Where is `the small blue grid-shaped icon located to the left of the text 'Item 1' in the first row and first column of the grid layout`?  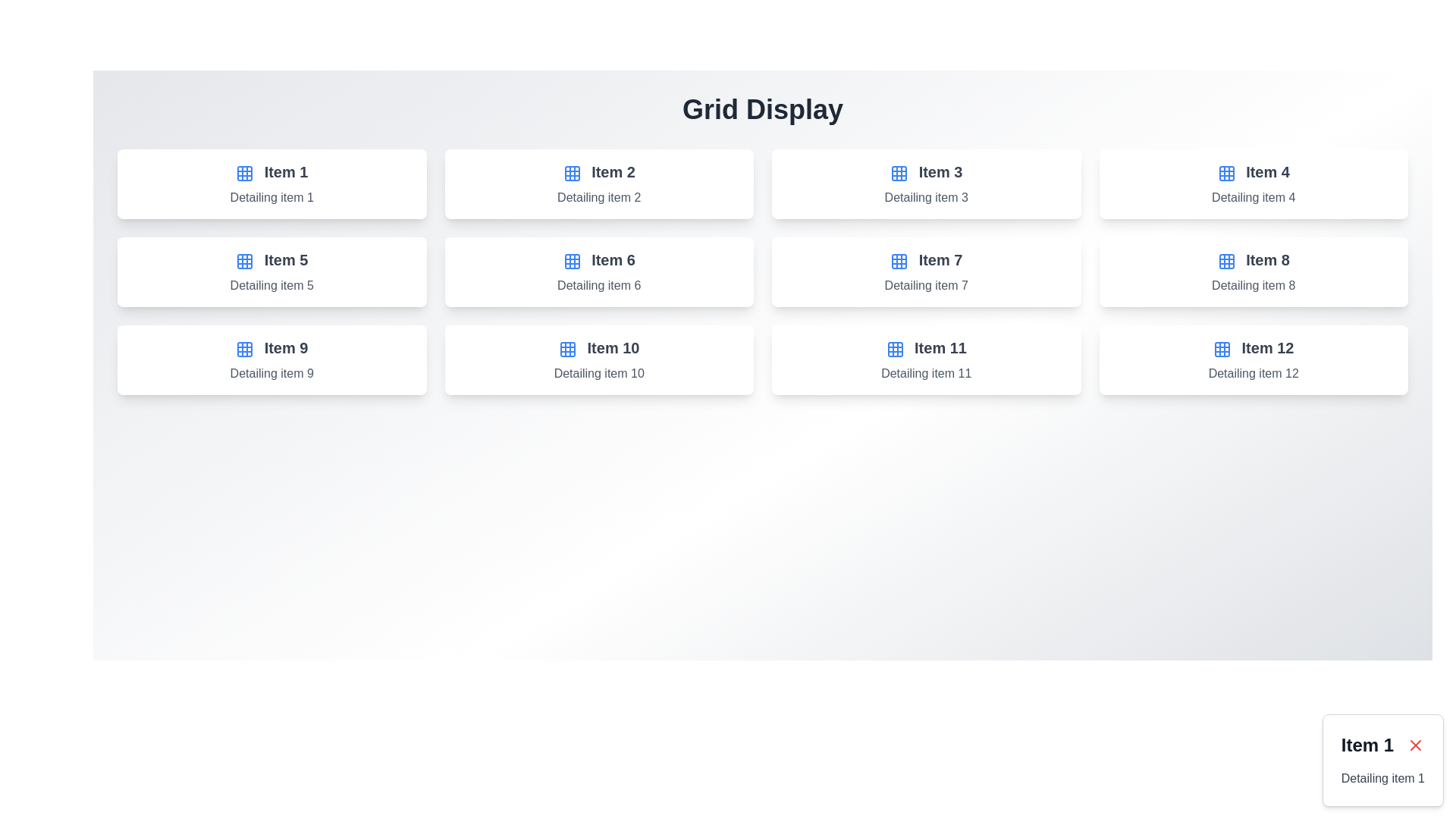 the small blue grid-shaped icon located to the left of the text 'Item 1' in the first row and first column of the grid layout is located at coordinates (245, 172).